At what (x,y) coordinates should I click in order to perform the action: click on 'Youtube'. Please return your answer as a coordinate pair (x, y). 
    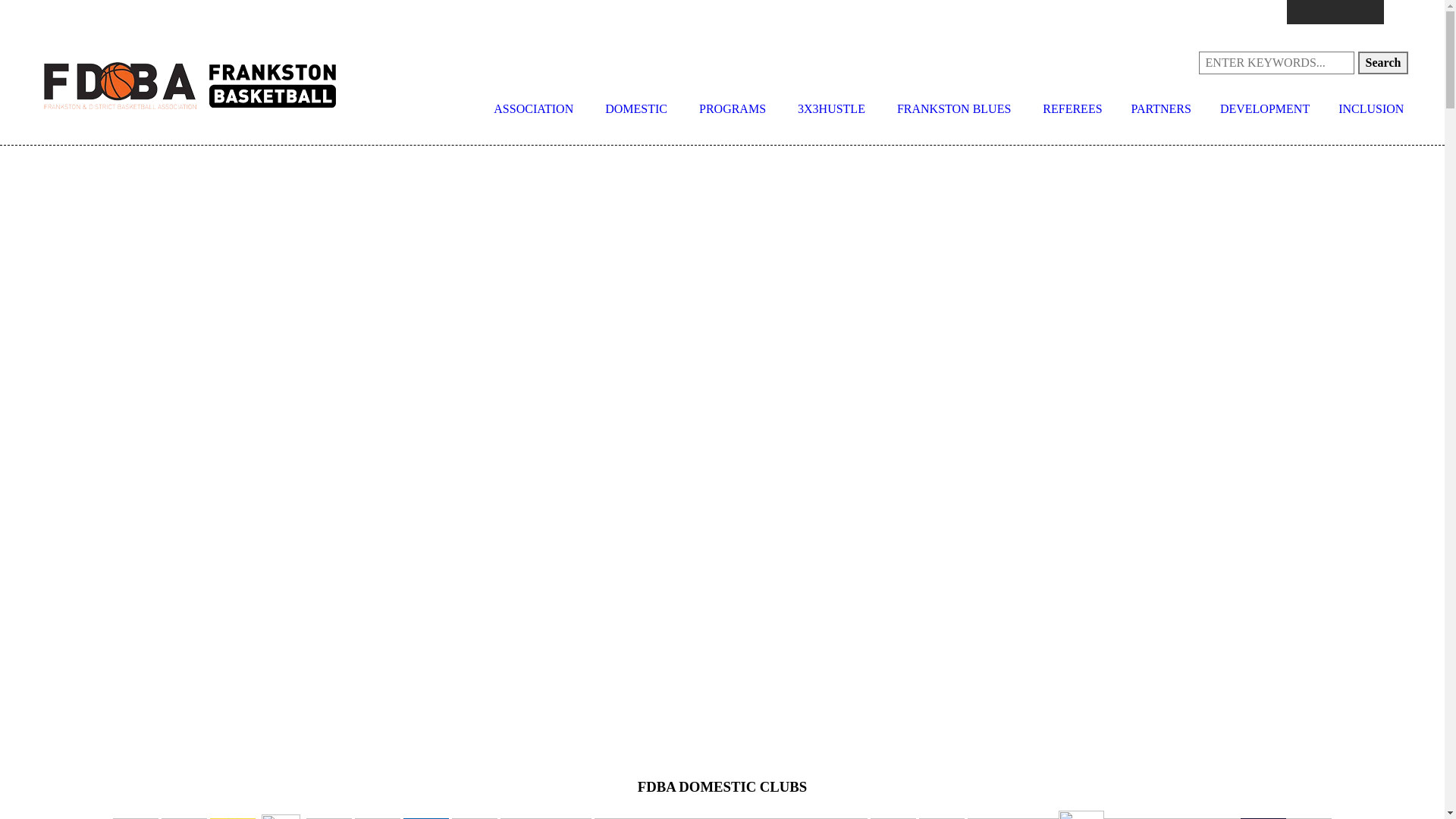
    Looking at the image, I should click on (1360, 11).